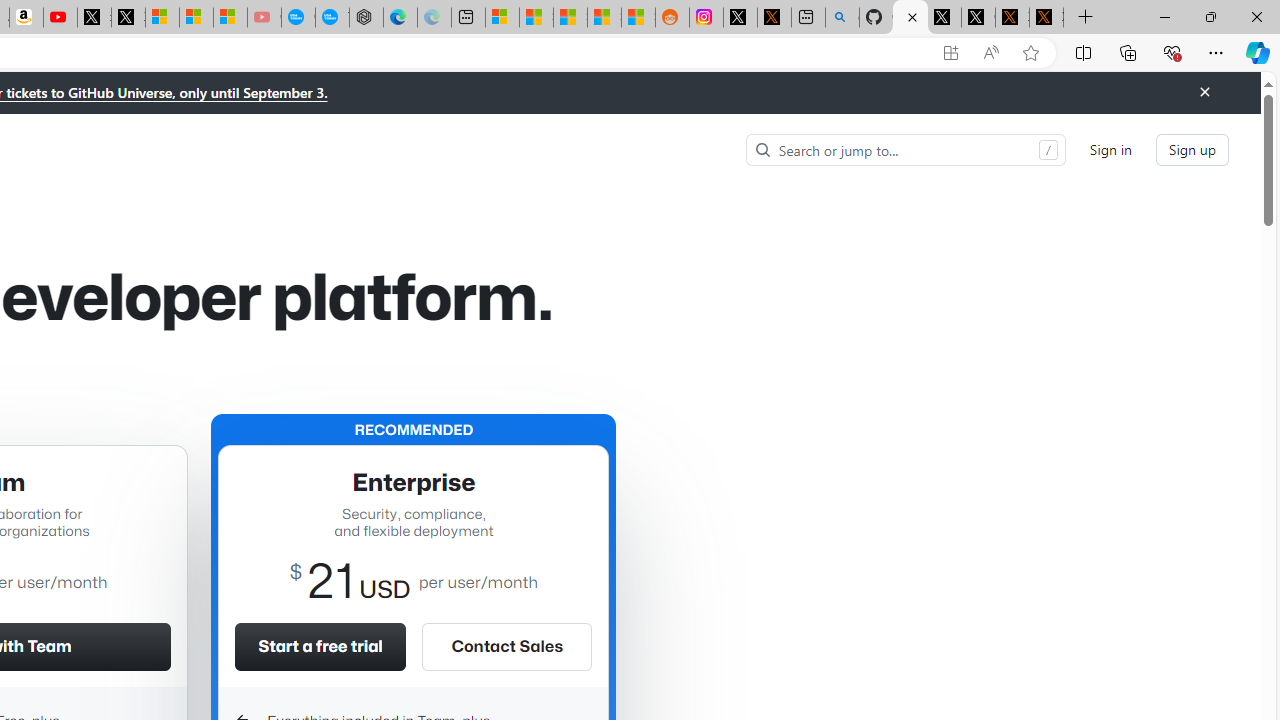 The image size is (1280, 720). Describe the element at coordinates (943, 17) in the screenshot. I see `'Profile / X'` at that location.